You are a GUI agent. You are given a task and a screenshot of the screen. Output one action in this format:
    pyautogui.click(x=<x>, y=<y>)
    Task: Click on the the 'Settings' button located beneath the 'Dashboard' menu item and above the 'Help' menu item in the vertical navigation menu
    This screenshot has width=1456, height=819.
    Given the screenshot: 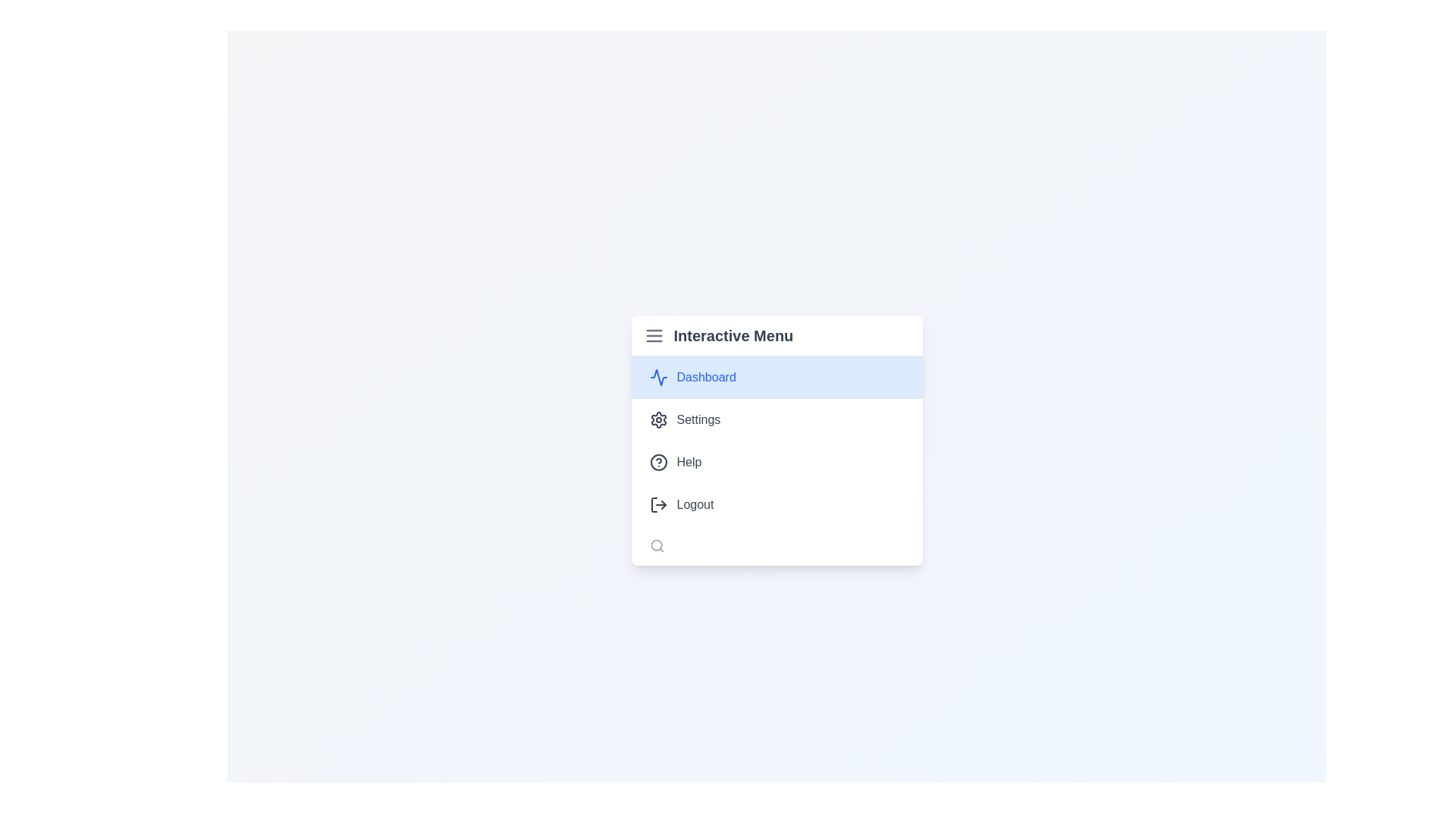 What is the action you would take?
    pyautogui.click(x=777, y=419)
    